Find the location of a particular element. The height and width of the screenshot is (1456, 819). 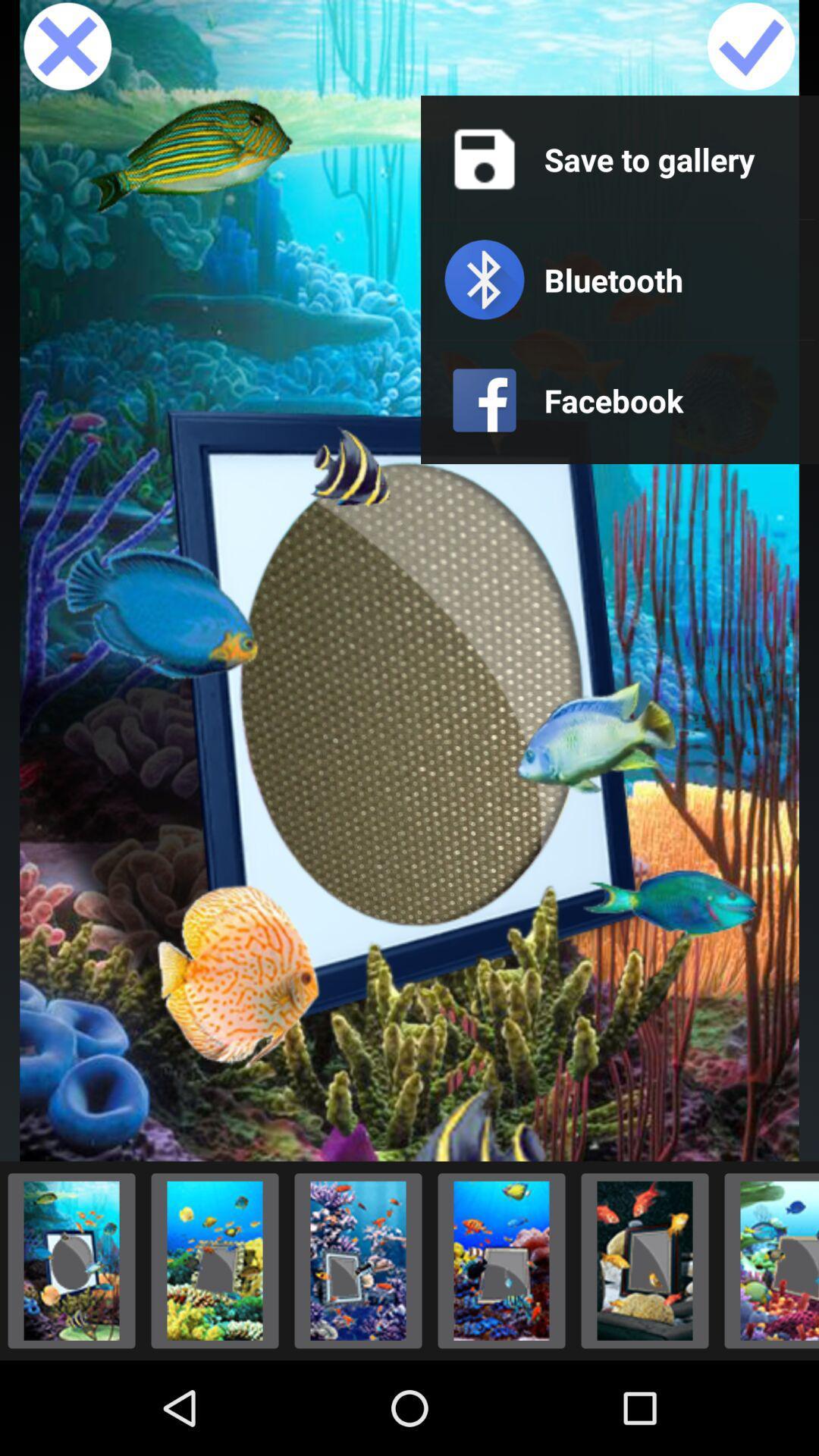

enlarge image is located at coordinates (501, 1260).